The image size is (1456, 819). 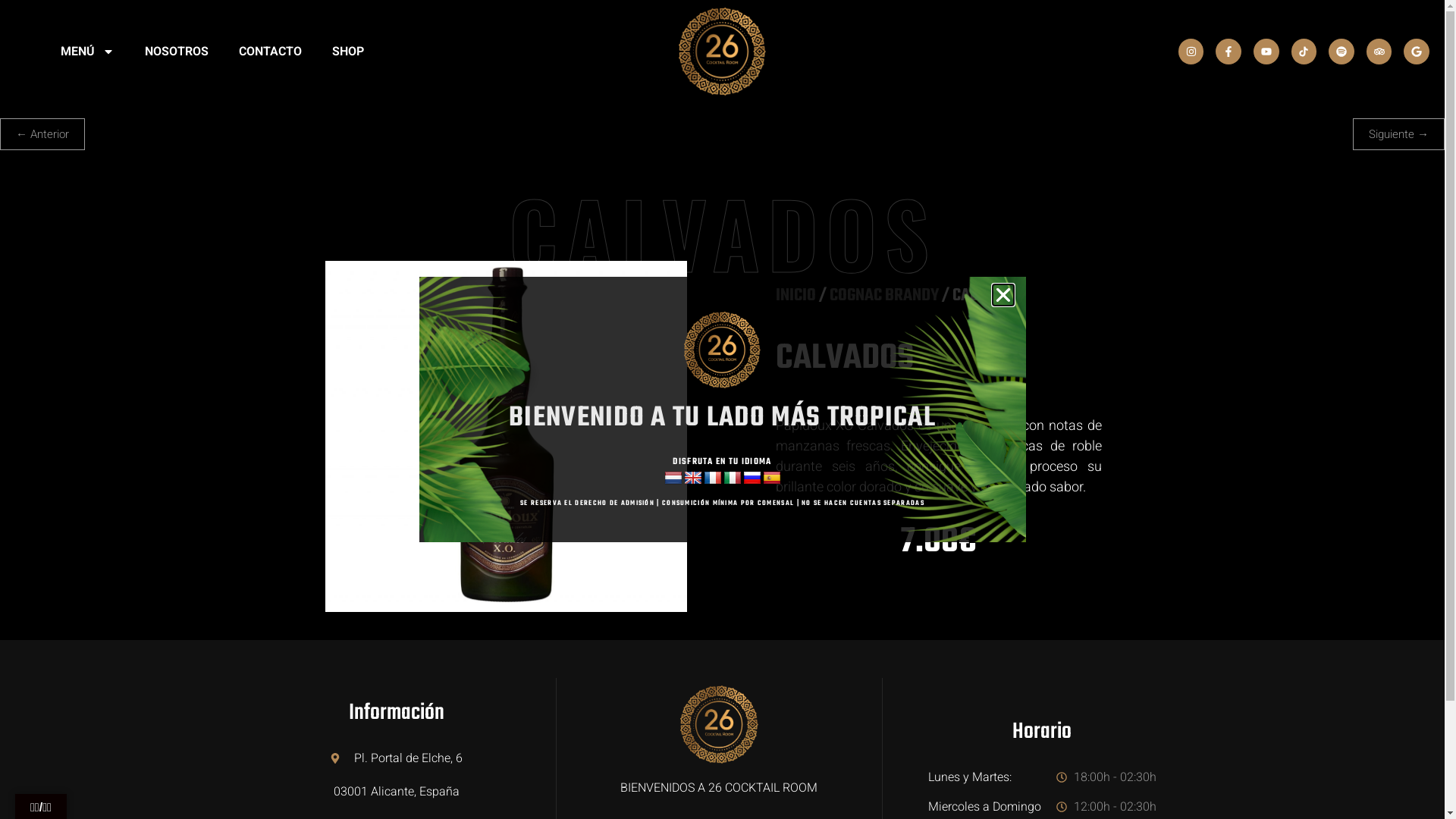 I want to click on 'Italian', so click(x=723, y=479).